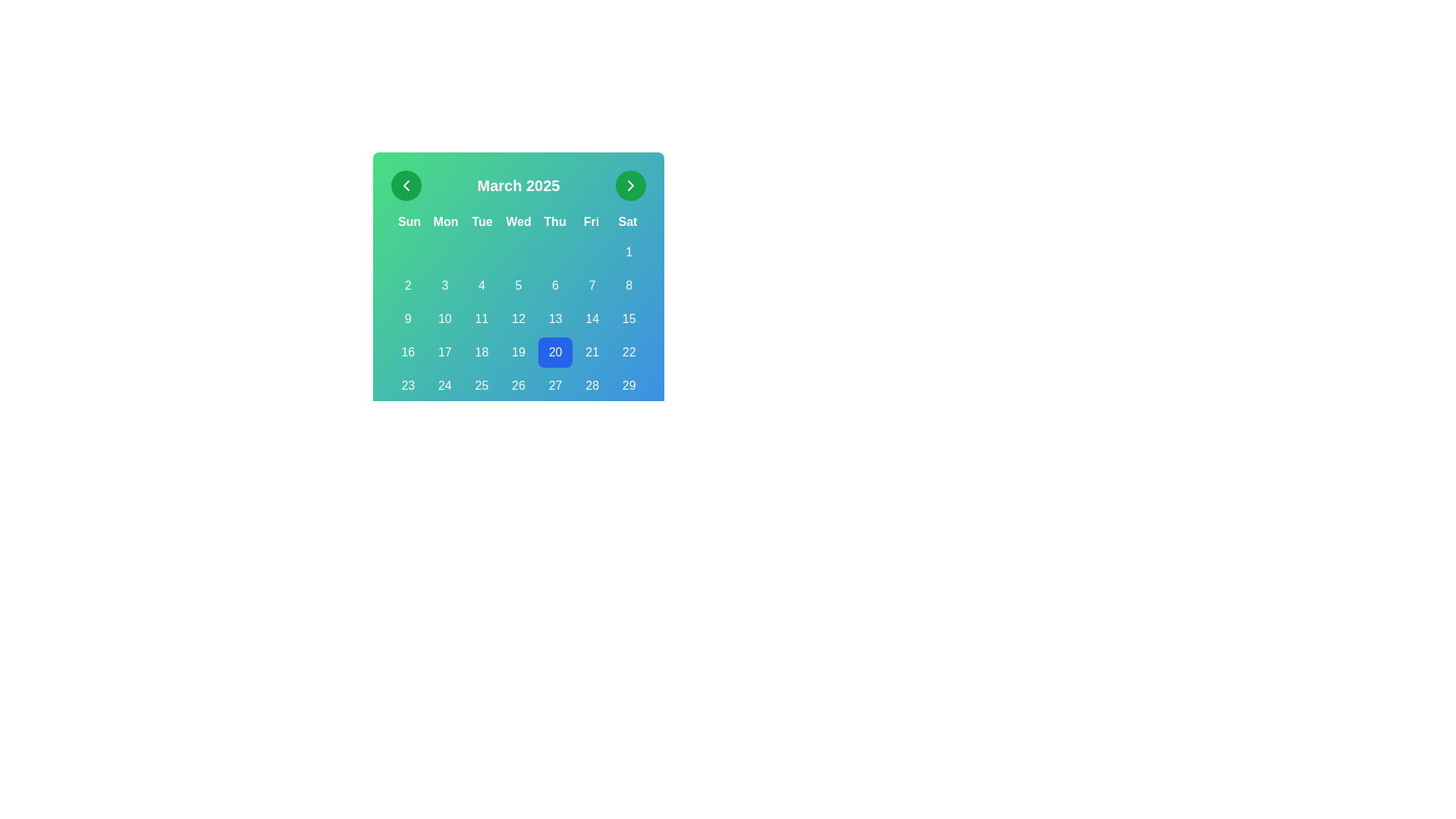 The image size is (1456, 819). I want to click on the calendar button representing the date '17' in the March 2025 calendar, so click(444, 353).